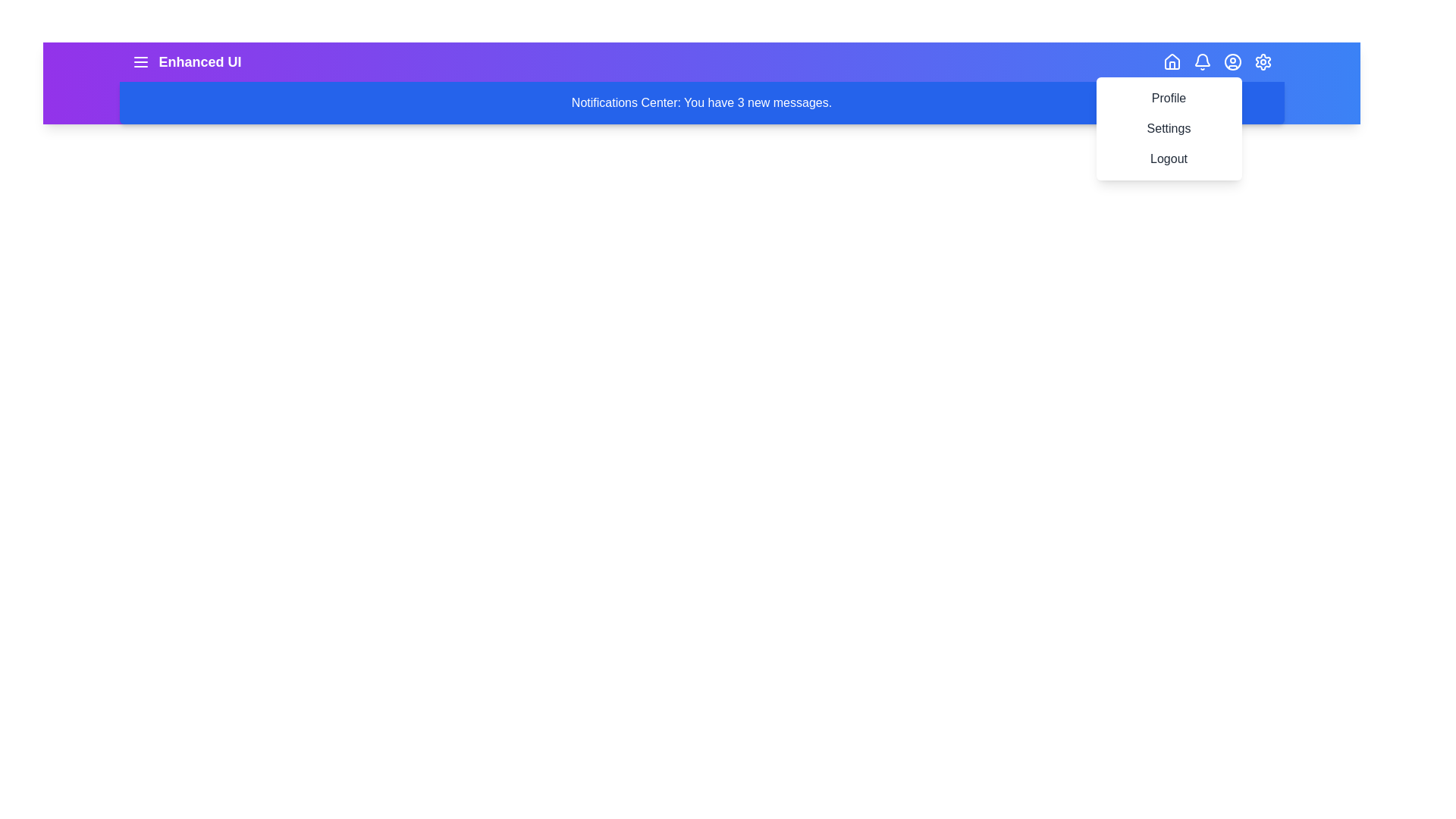  What do you see at coordinates (1263, 61) in the screenshot?
I see `the settings icon to open the settings menu` at bounding box center [1263, 61].